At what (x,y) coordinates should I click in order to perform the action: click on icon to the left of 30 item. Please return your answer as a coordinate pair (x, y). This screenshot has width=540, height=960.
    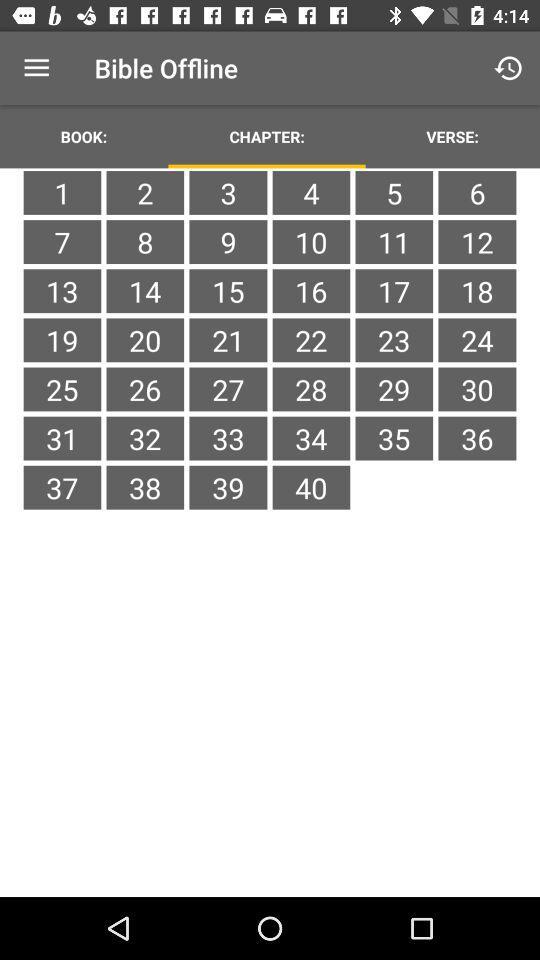
    Looking at the image, I should click on (394, 438).